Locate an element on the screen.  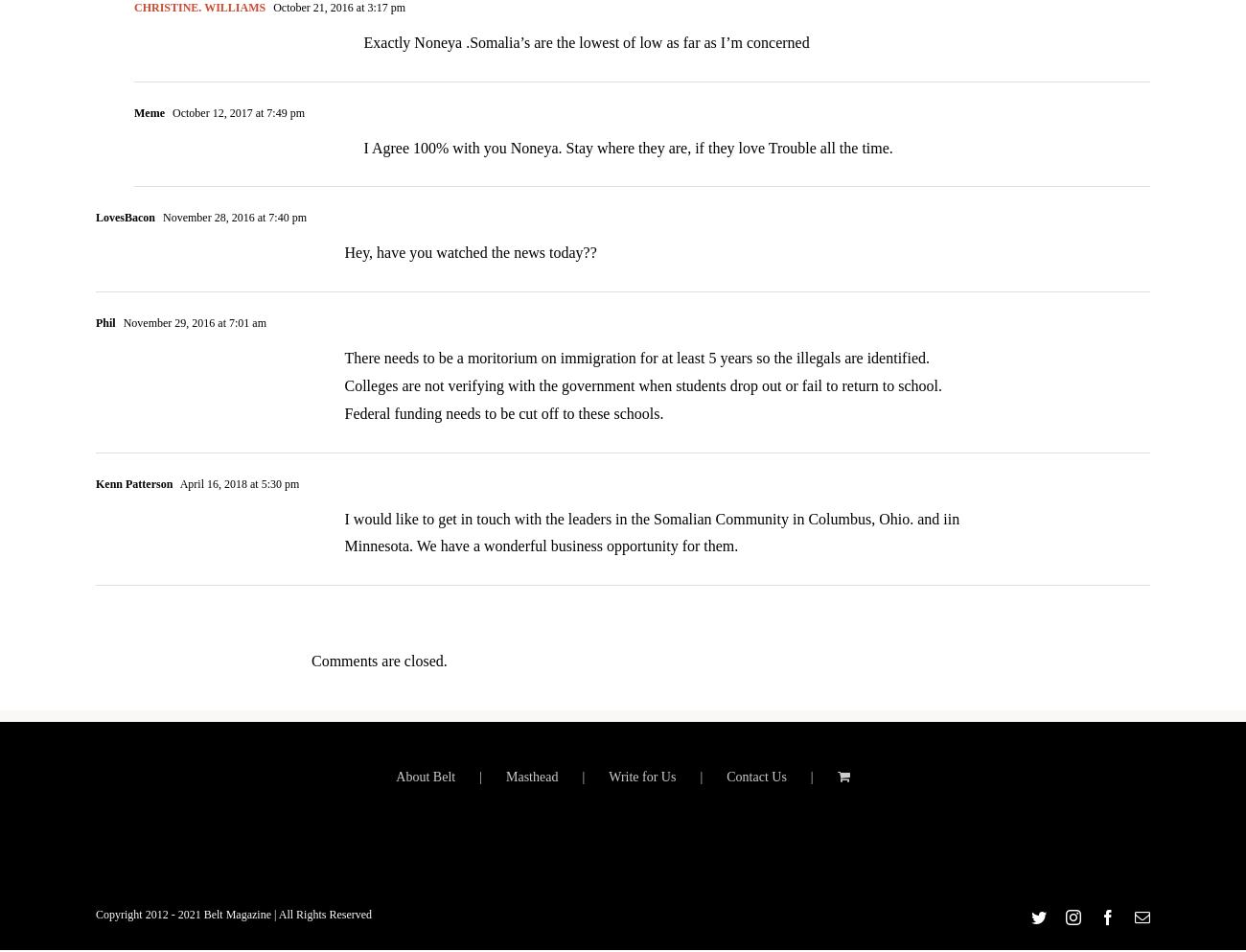
'Copyright 2012 - 2021 Belt Magazine | All Rights Reserved' is located at coordinates (95, 926).